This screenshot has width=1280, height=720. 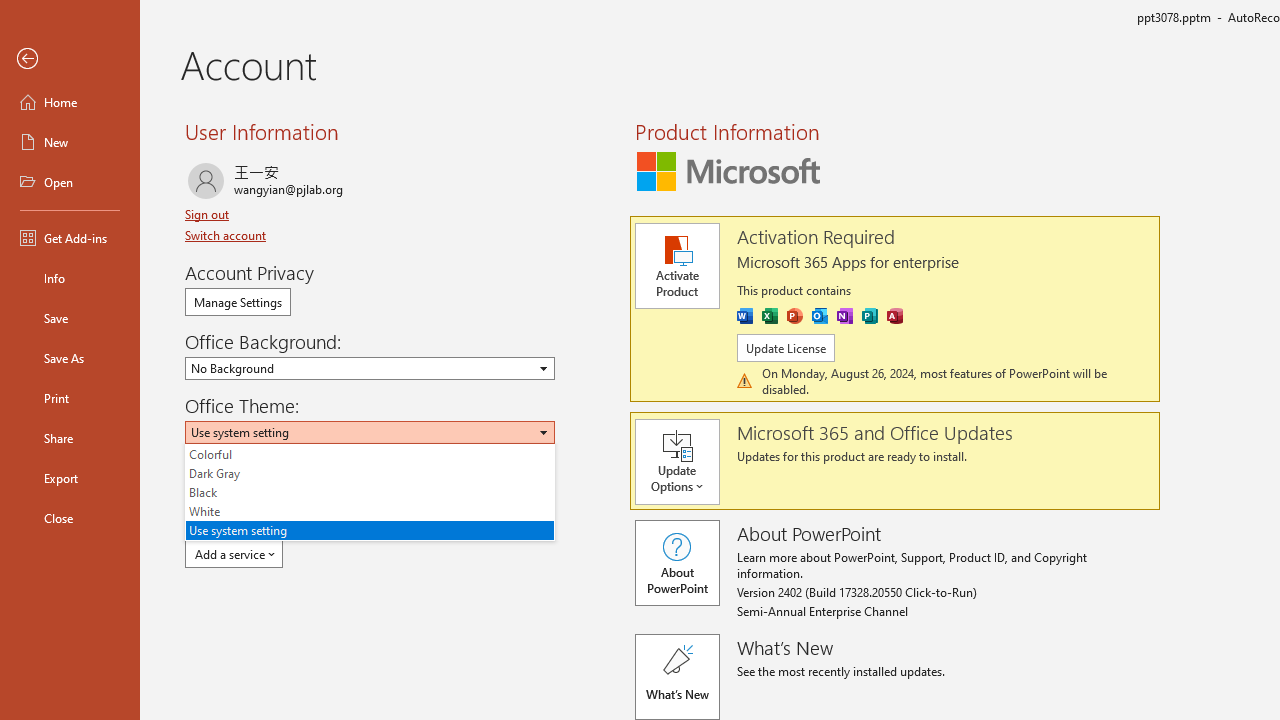 I want to click on 'OneNote', so click(x=844, y=315).